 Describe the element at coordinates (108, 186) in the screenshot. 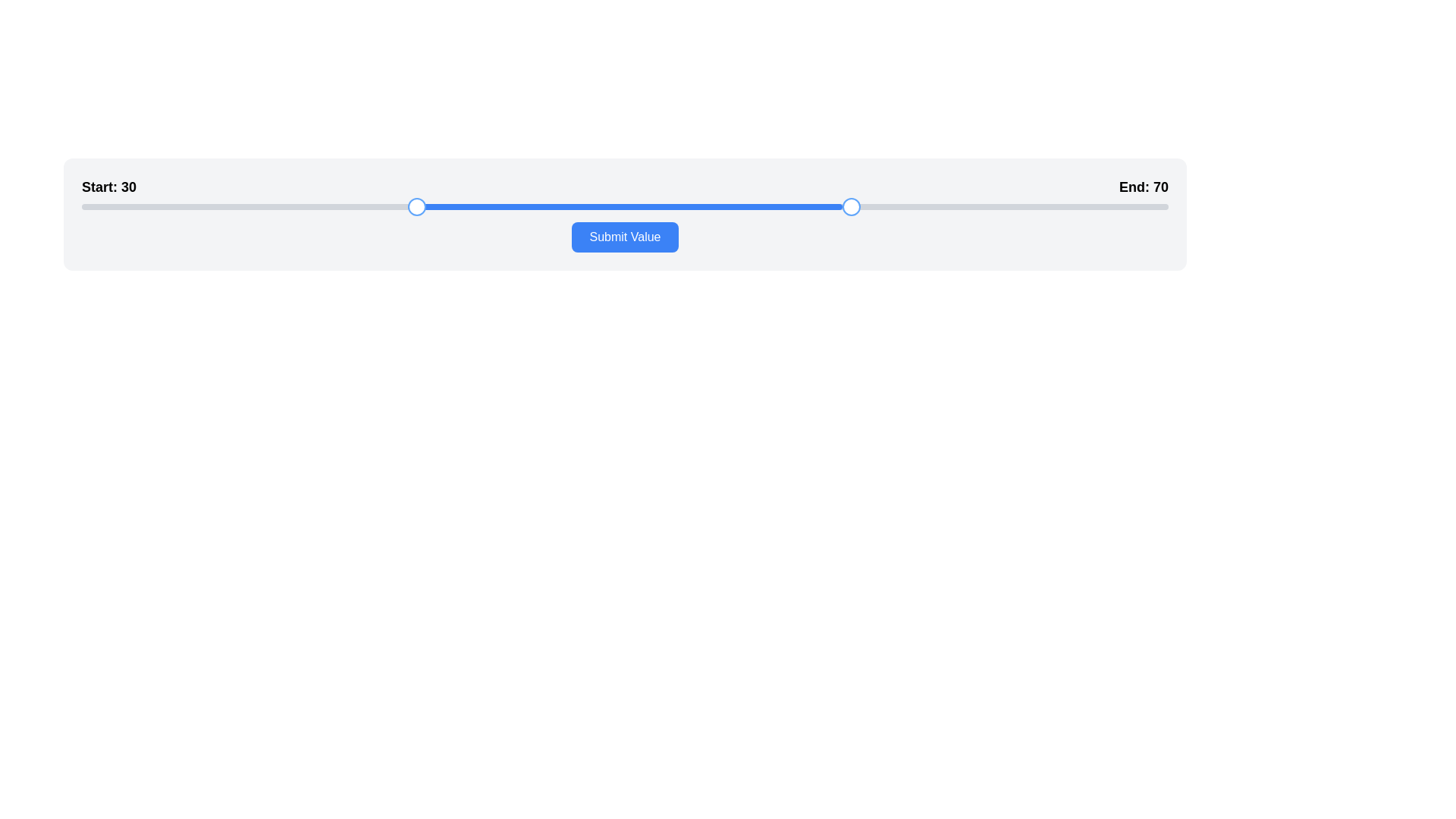

I see `the text label displaying 'Start: 30', which is aligned on the left side above the slider interface` at that location.